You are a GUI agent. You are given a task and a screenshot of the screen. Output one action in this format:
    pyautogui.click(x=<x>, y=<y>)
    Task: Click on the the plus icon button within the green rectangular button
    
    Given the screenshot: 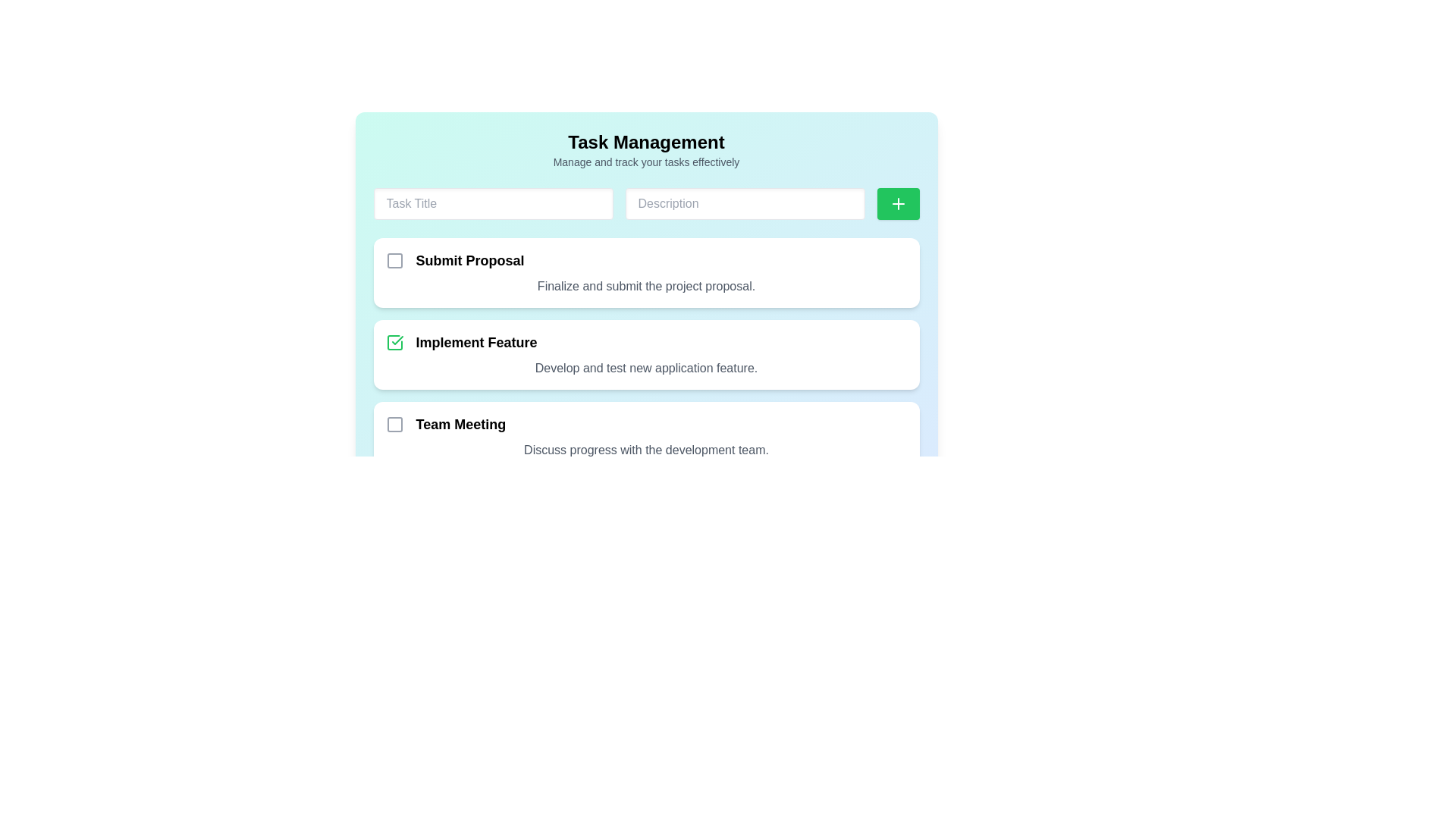 What is the action you would take?
    pyautogui.click(x=898, y=203)
    